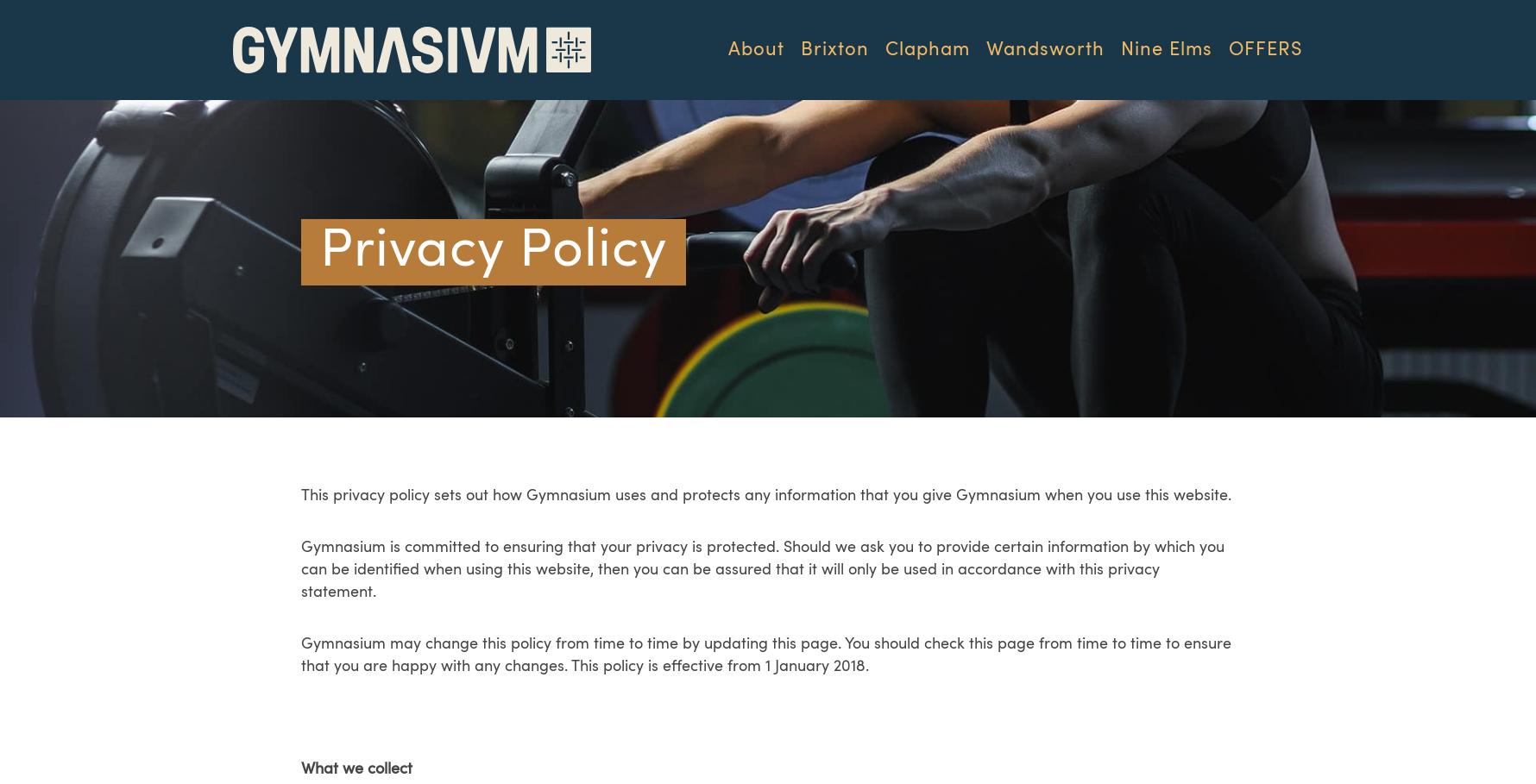 Image resolution: width=1536 pixels, height=784 pixels. I want to click on 'Philosophy', so click(791, 122).